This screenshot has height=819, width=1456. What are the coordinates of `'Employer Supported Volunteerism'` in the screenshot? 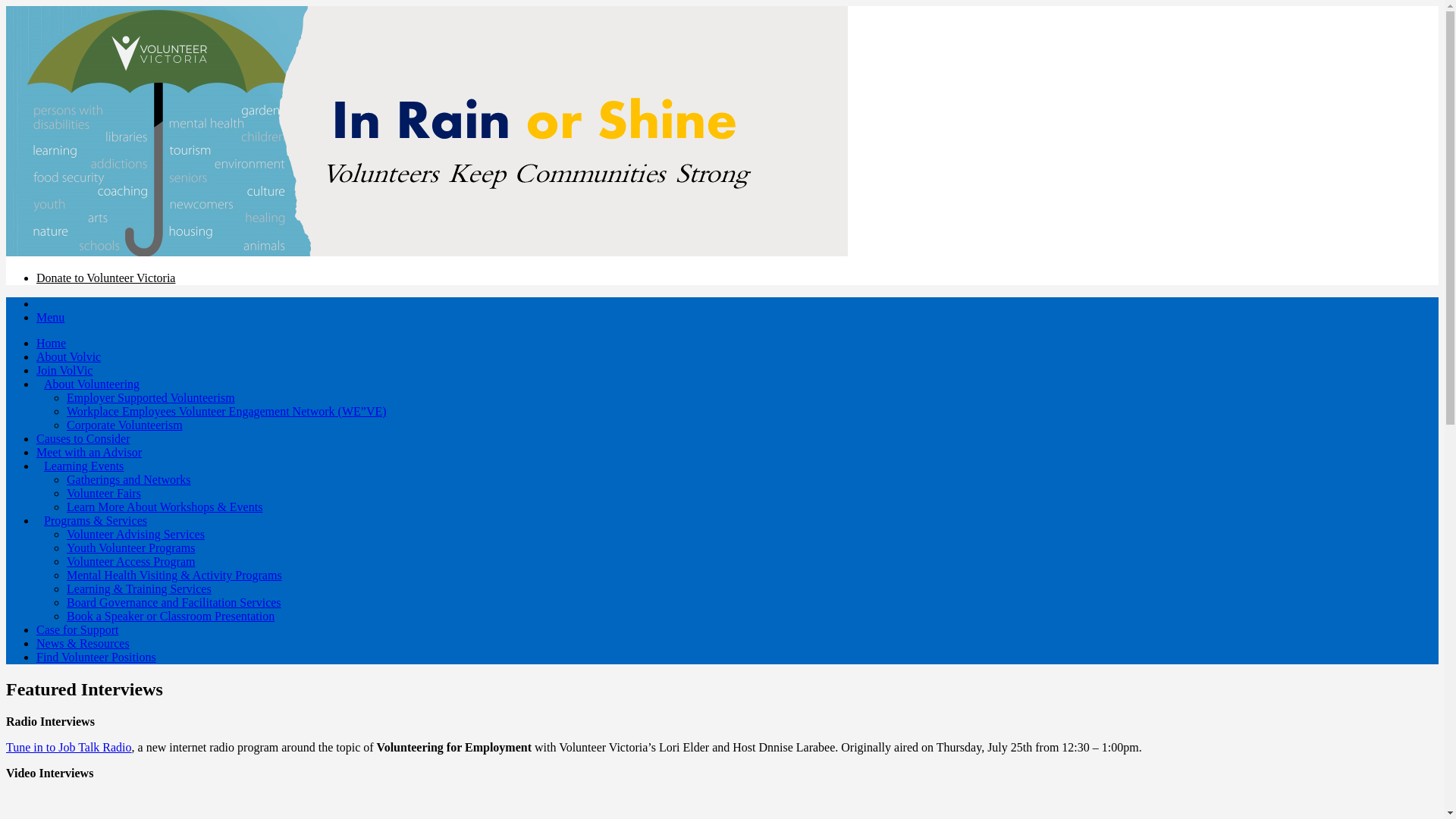 It's located at (150, 397).